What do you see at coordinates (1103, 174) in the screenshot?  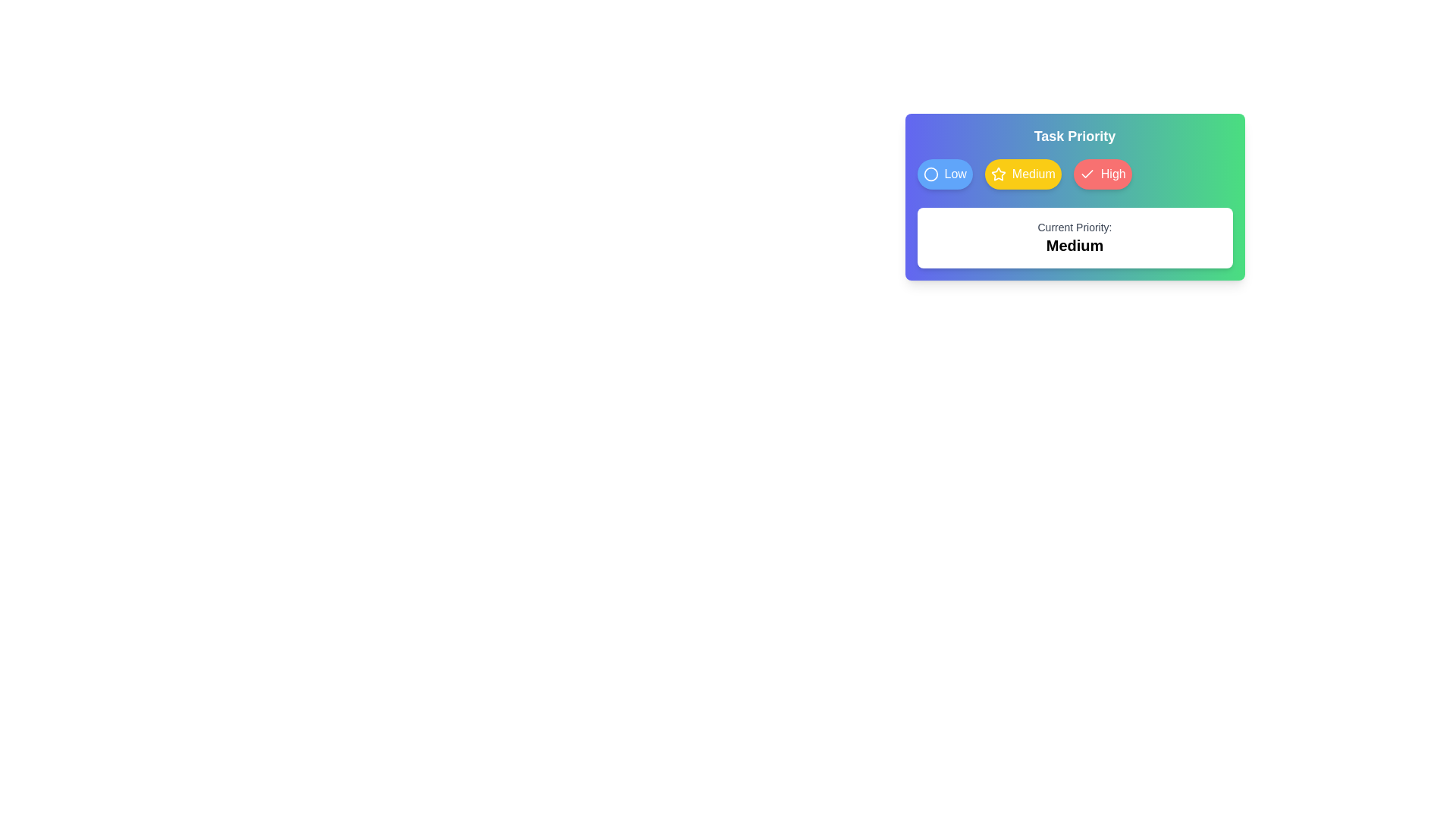 I see `the rightmost button labeled 'High'` at bounding box center [1103, 174].